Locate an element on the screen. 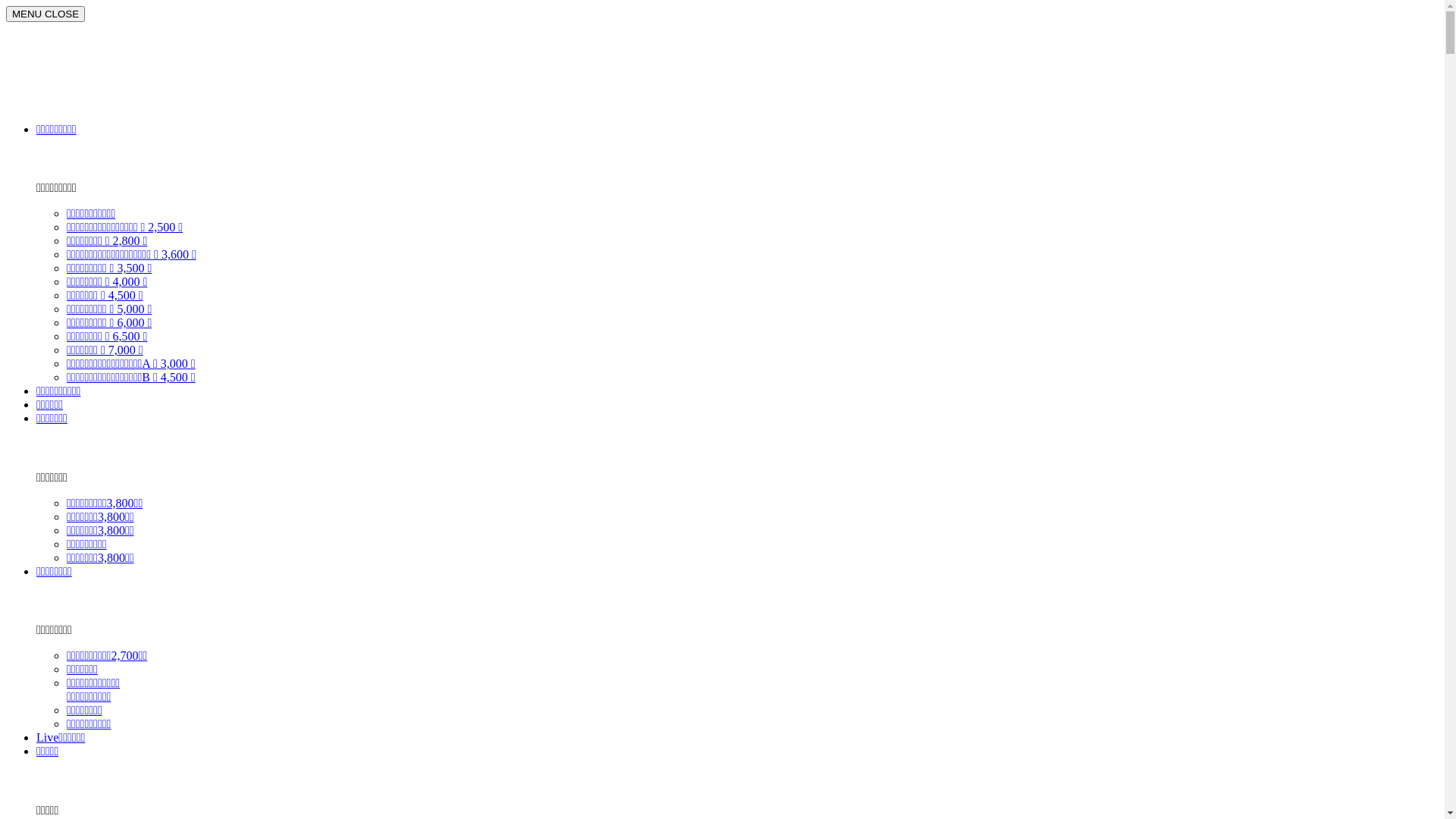 This screenshot has width=1456, height=819. 'MENU CLOSE' is located at coordinates (6, 14).